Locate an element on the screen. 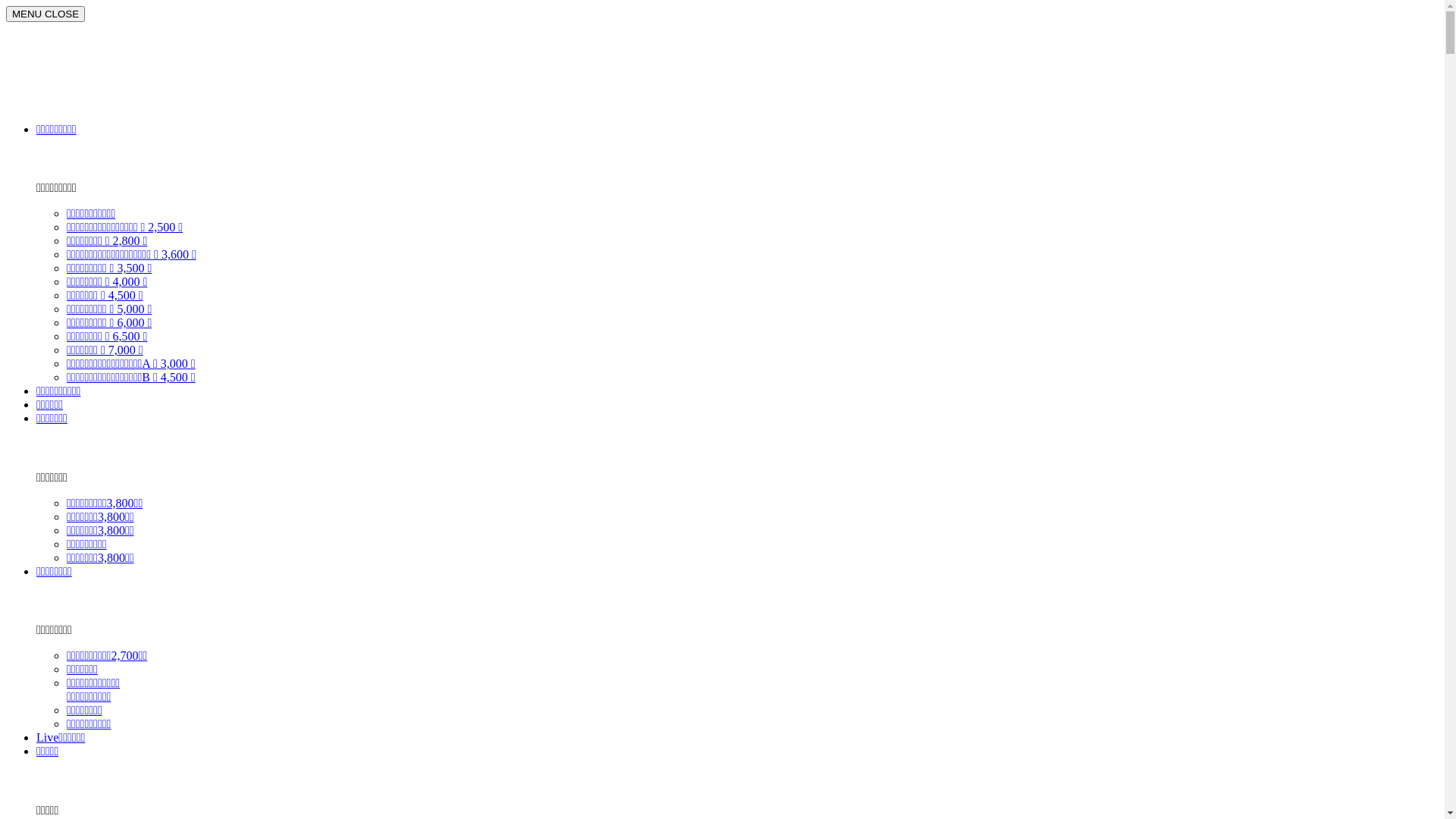 This screenshot has width=1456, height=819. 'MENU CLOSE' is located at coordinates (6, 14).